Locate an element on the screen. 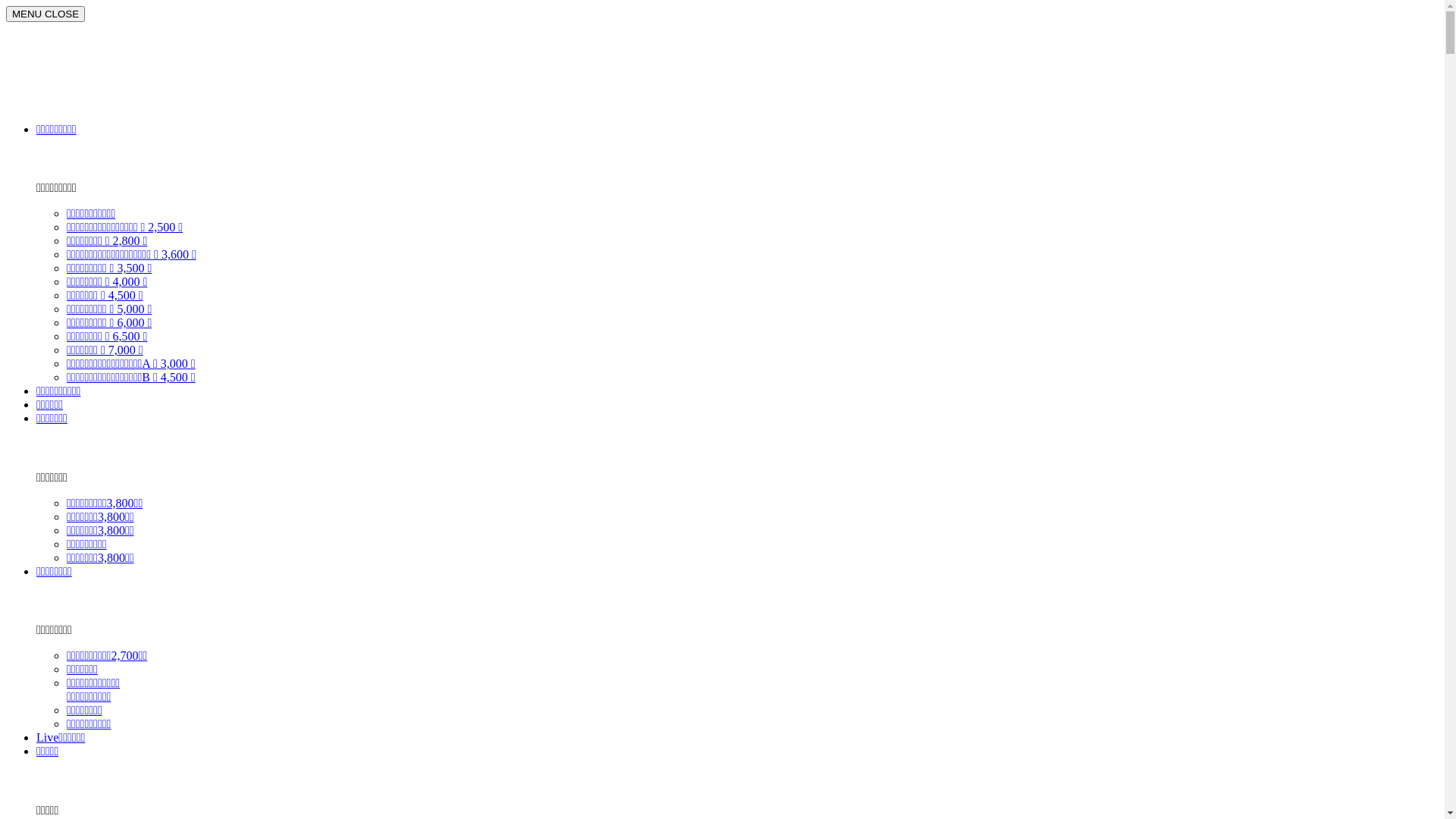 This screenshot has width=1456, height=819. 'MENU CLOSE' is located at coordinates (6, 14).